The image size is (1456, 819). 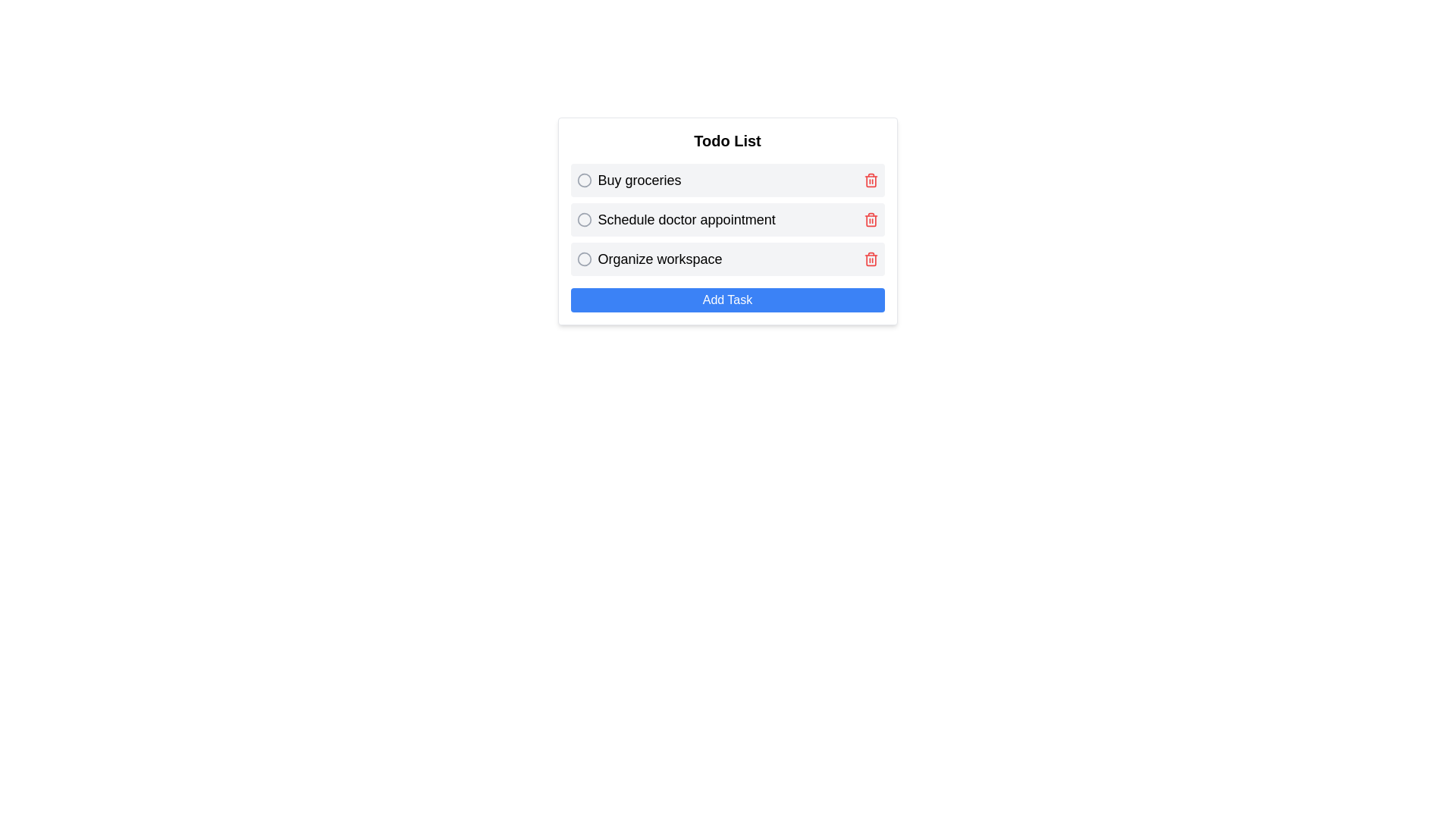 What do you see at coordinates (629, 180) in the screenshot?
I see `the text 'Buy groceries' in the first list item of the 'Todo List'` at bounding box center [629, 180].